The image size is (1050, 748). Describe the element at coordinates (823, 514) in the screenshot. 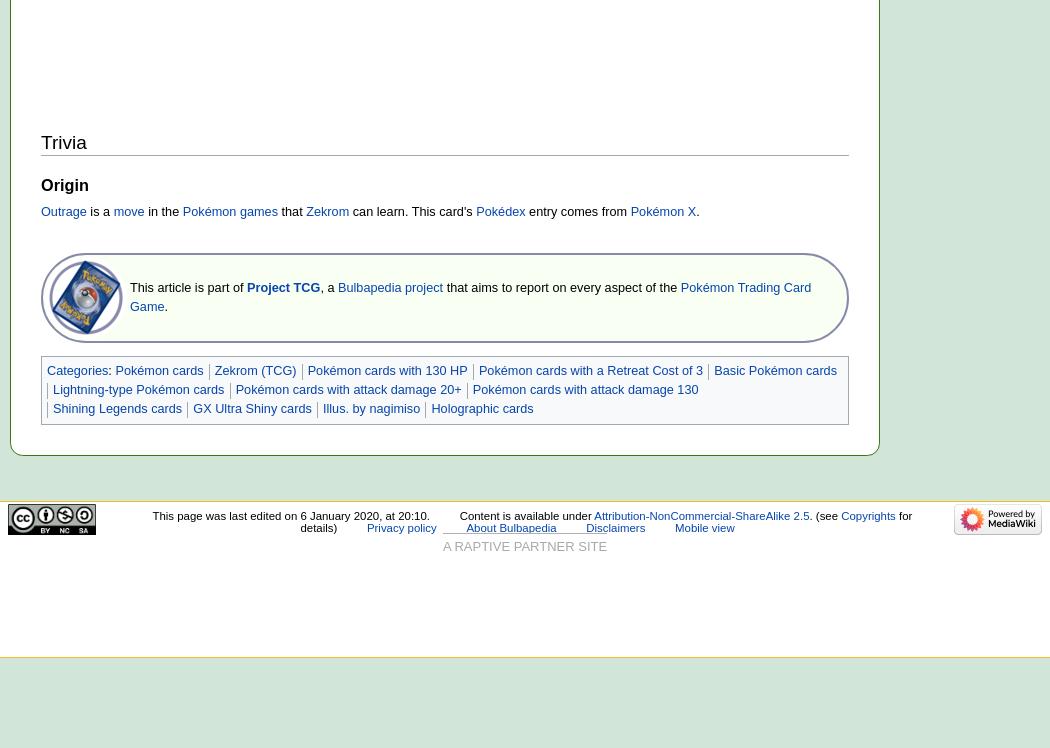

I see `'. (see'` at that location.